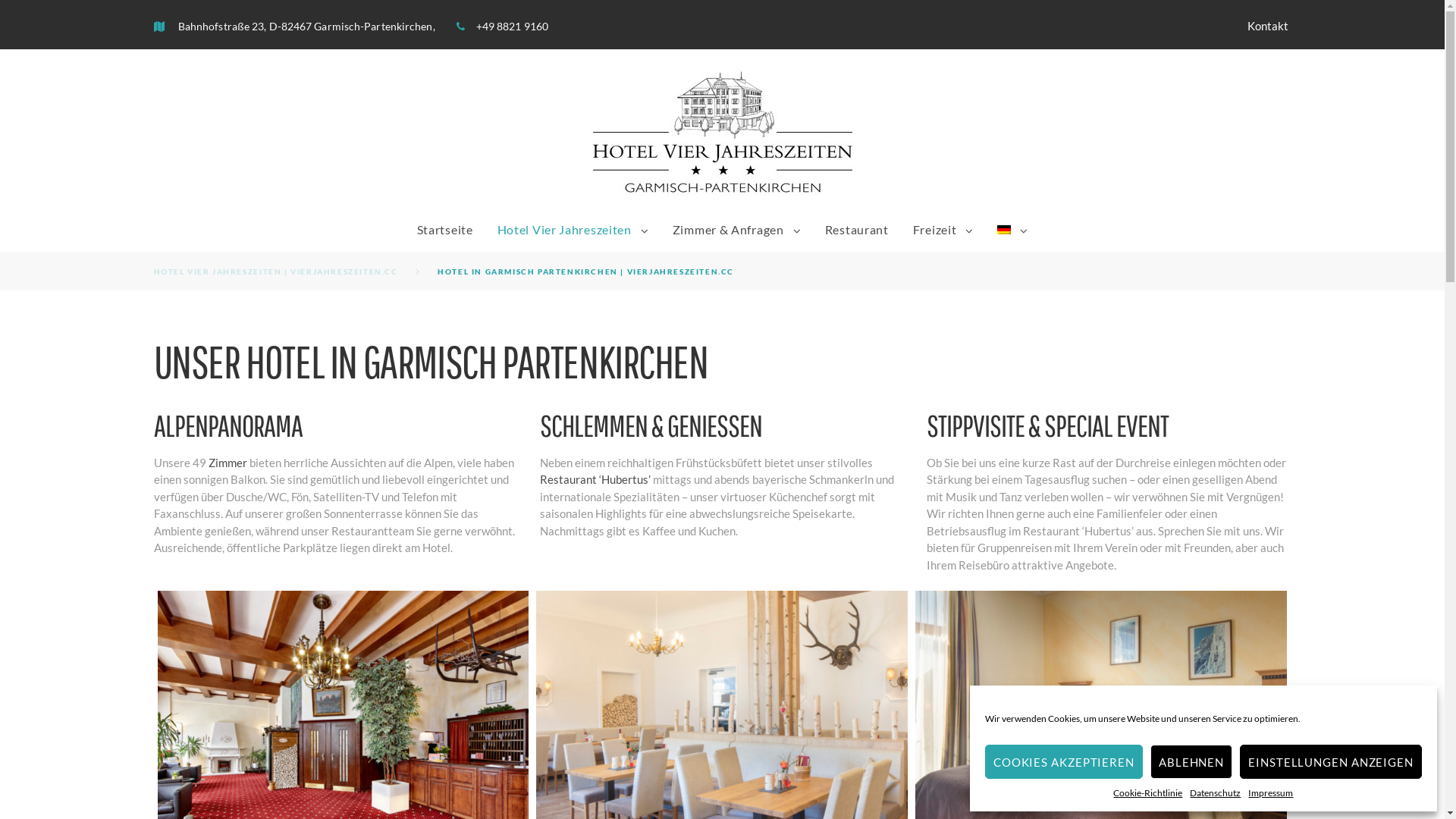 The image size is (1456, 819). Describe the element at coordinates (728, 228) in the screenshot. I see `'Zimmer & Anfragen'` at that location.